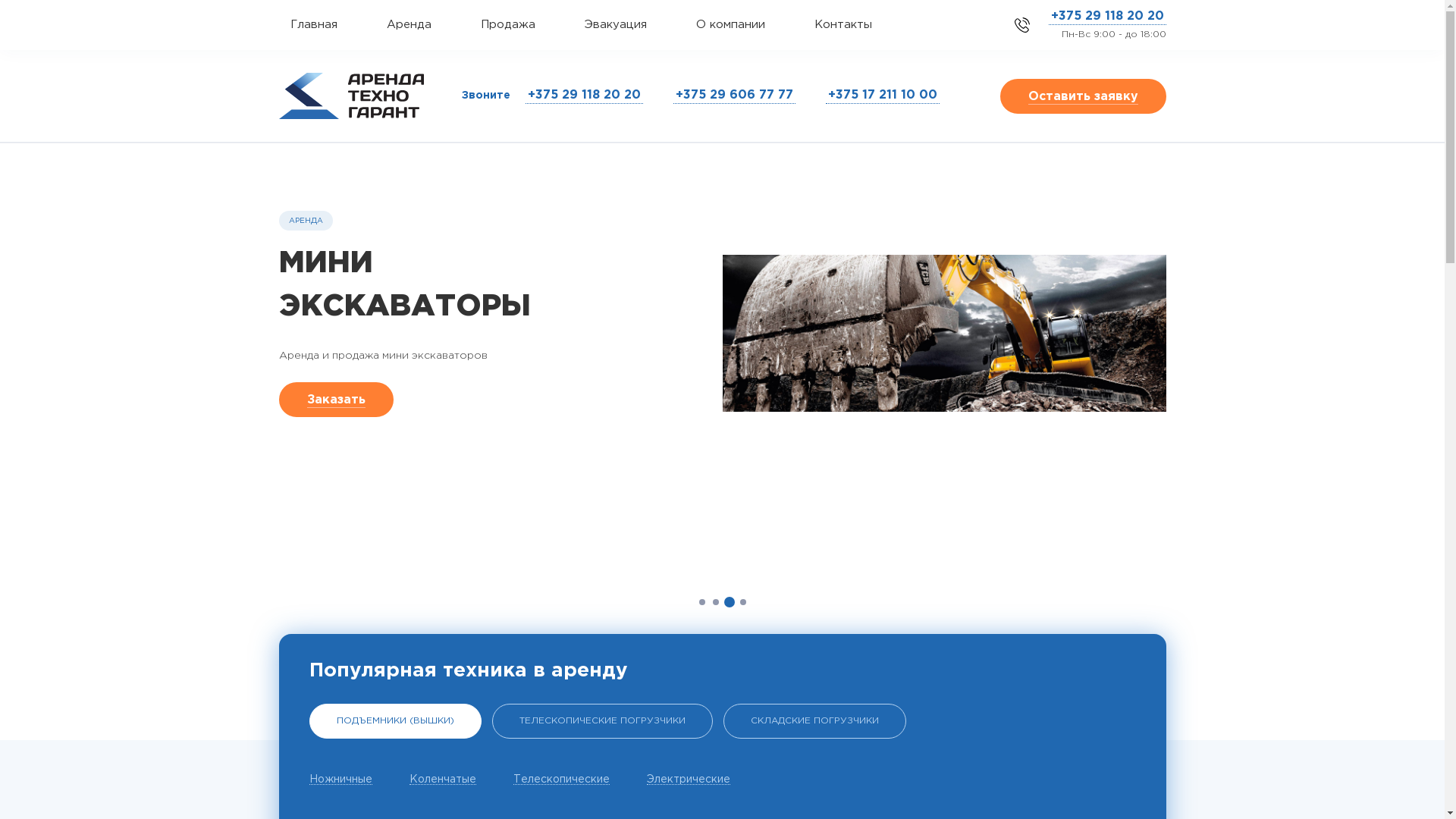 The image size is (1456, 819). I want to click on '1', so click(701, 601).